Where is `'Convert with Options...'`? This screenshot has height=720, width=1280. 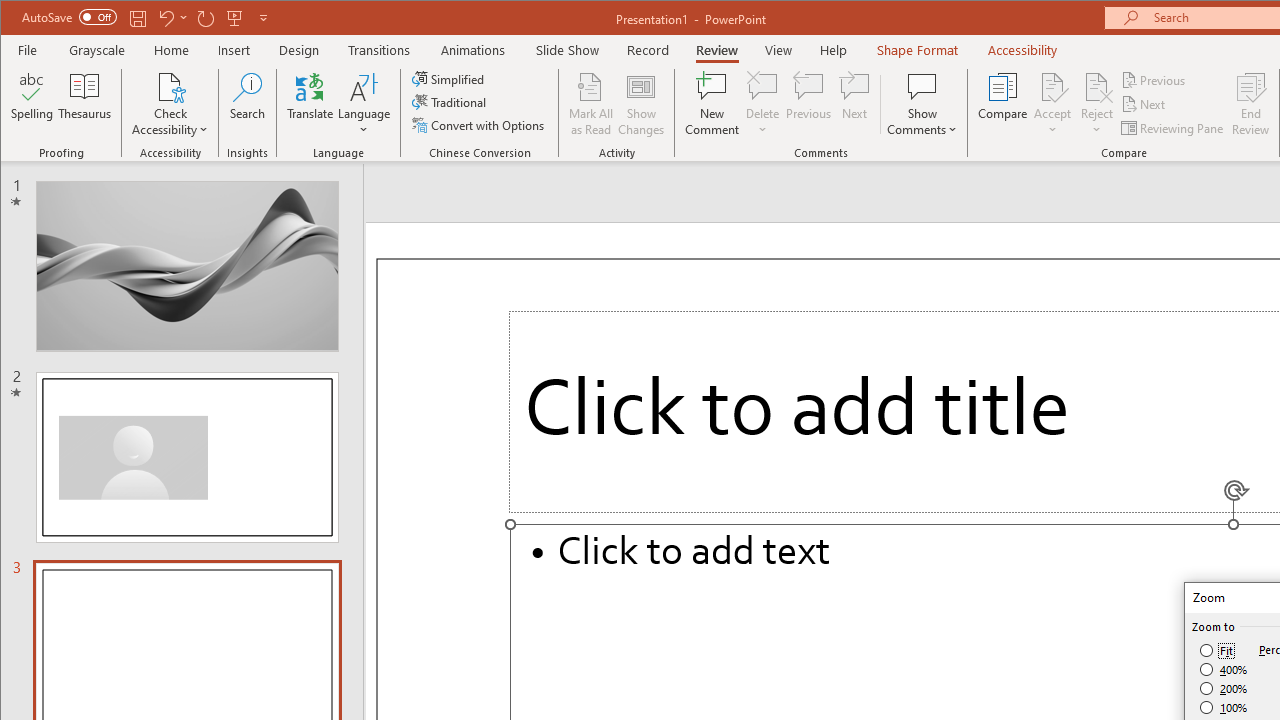
'Convert with Options...' is located at coordinates (480, 125).